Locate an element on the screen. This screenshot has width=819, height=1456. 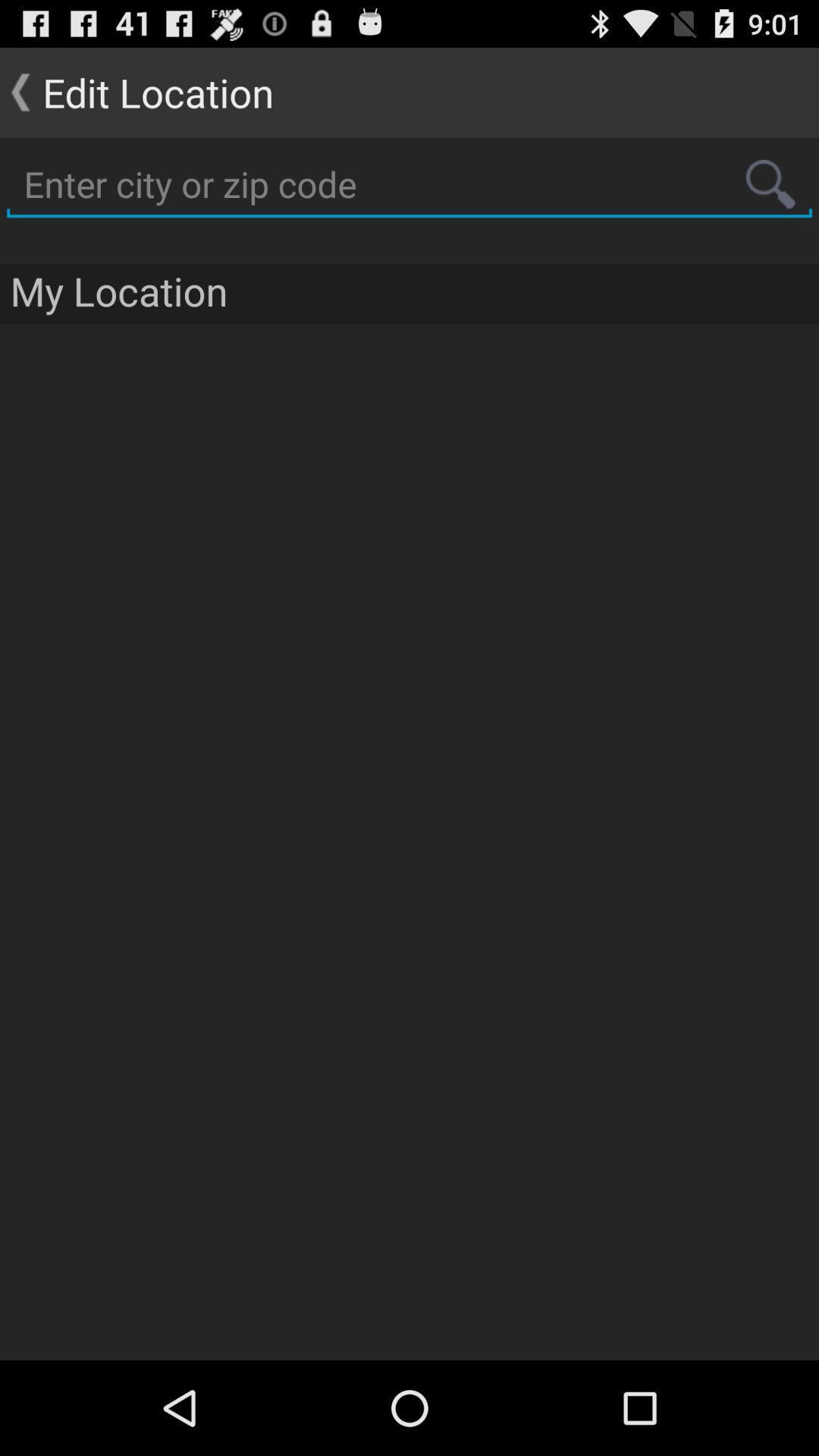
the item at the top left corner is located at coordinates (136, 91).